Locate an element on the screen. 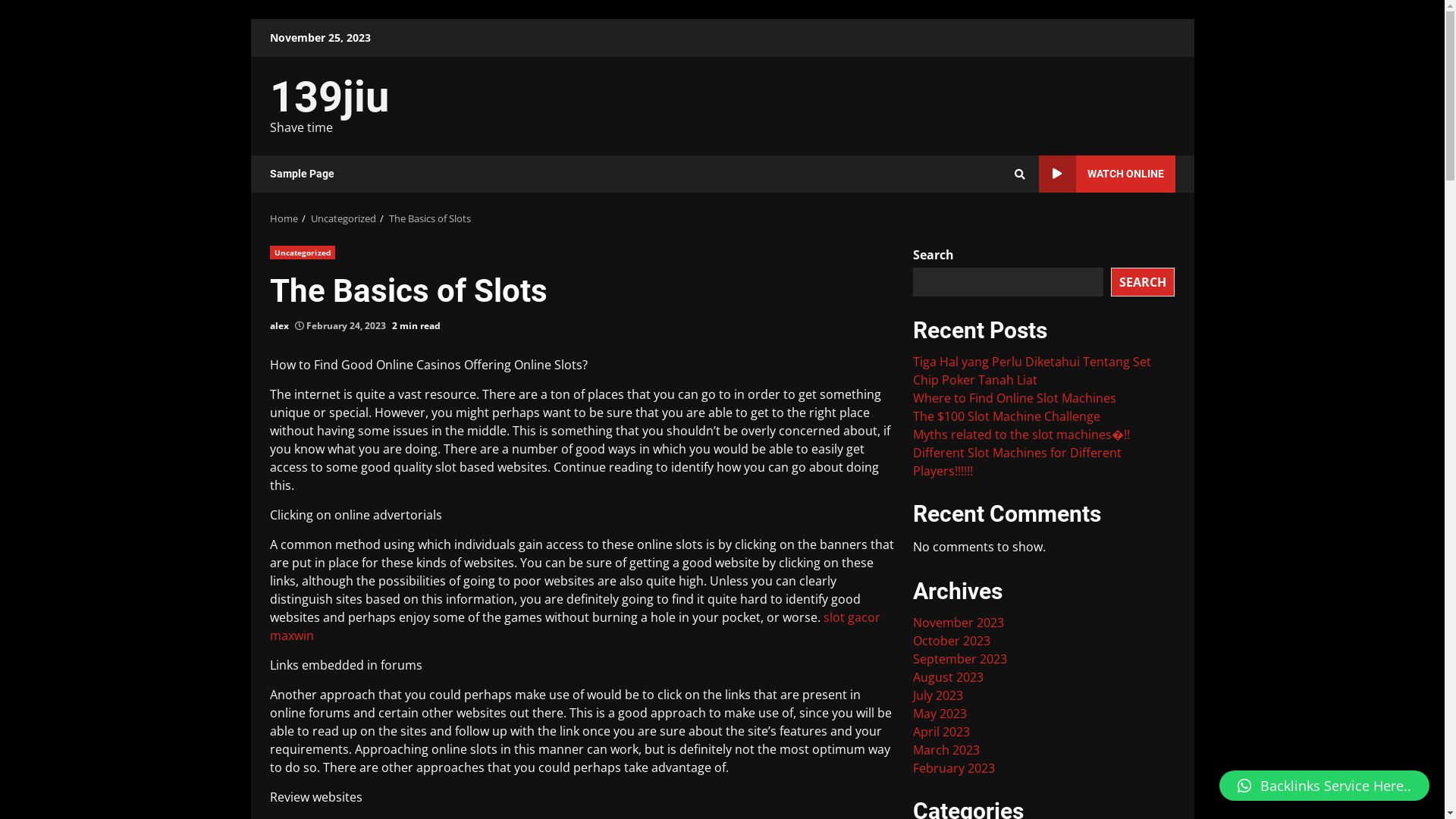  'Uncategorized' is located at coordinates (302, 251).